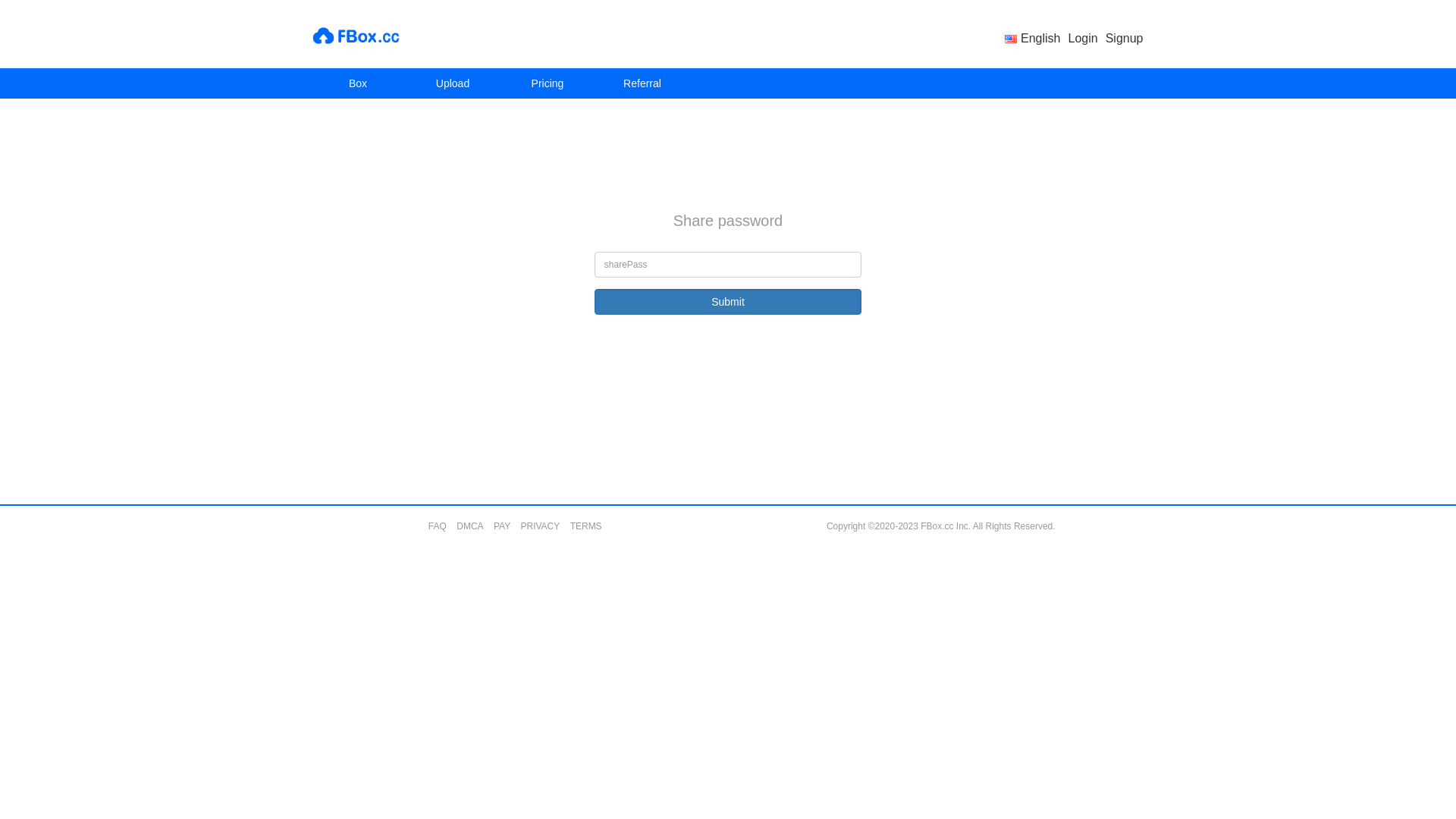 Image resolution: width=1456 pixels, height=819 pixels. What do you see at coordinates (539, 526) in the screenshot?
I see `'PRIVACY'` at bounding box center [539, 526].